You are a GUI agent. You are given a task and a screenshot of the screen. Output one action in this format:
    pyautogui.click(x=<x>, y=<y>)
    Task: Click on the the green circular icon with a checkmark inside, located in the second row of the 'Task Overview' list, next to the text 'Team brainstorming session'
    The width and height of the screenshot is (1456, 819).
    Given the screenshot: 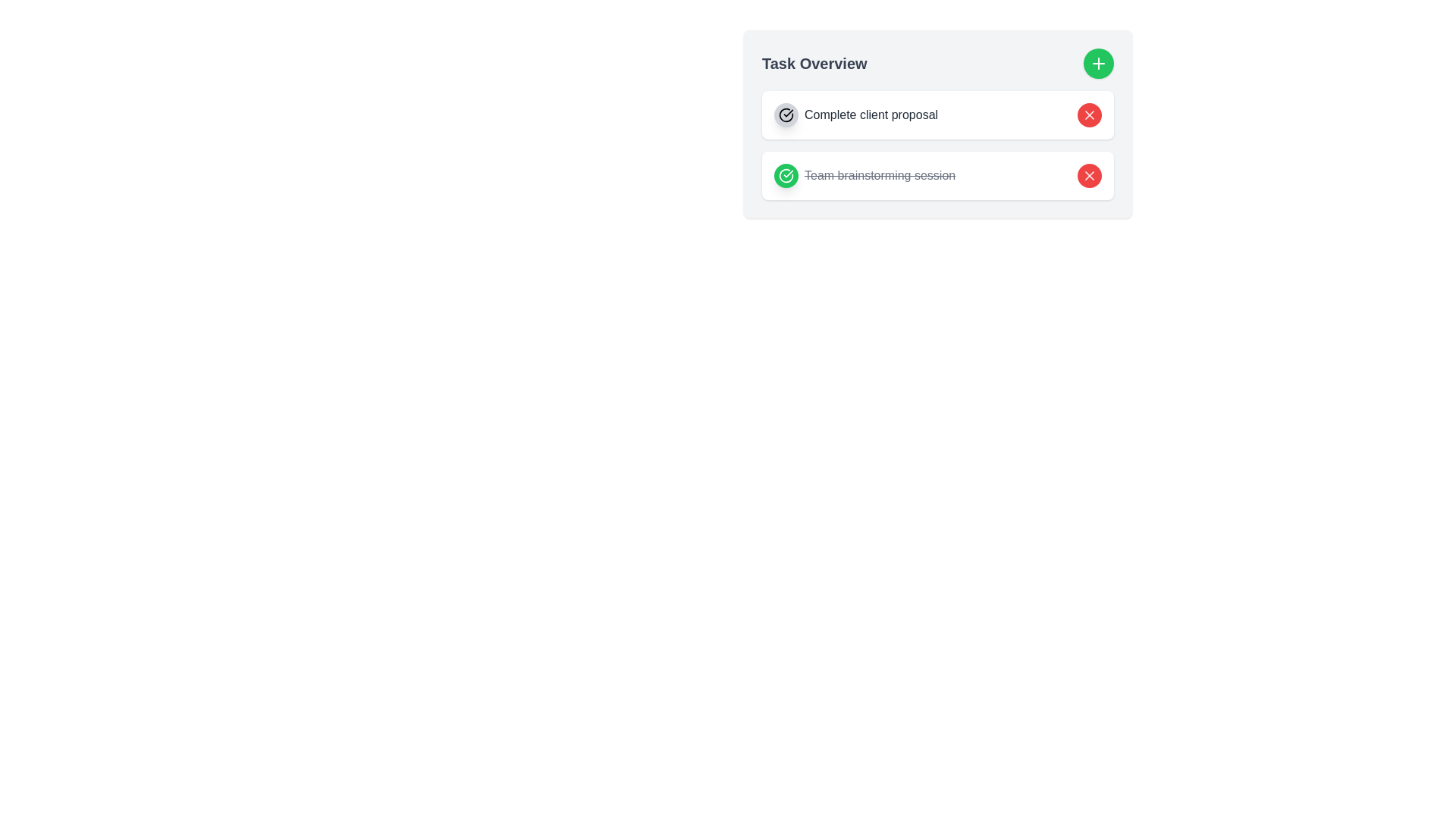 What is the action you would take?
    pyautogui.click(x=786, y=114)
    